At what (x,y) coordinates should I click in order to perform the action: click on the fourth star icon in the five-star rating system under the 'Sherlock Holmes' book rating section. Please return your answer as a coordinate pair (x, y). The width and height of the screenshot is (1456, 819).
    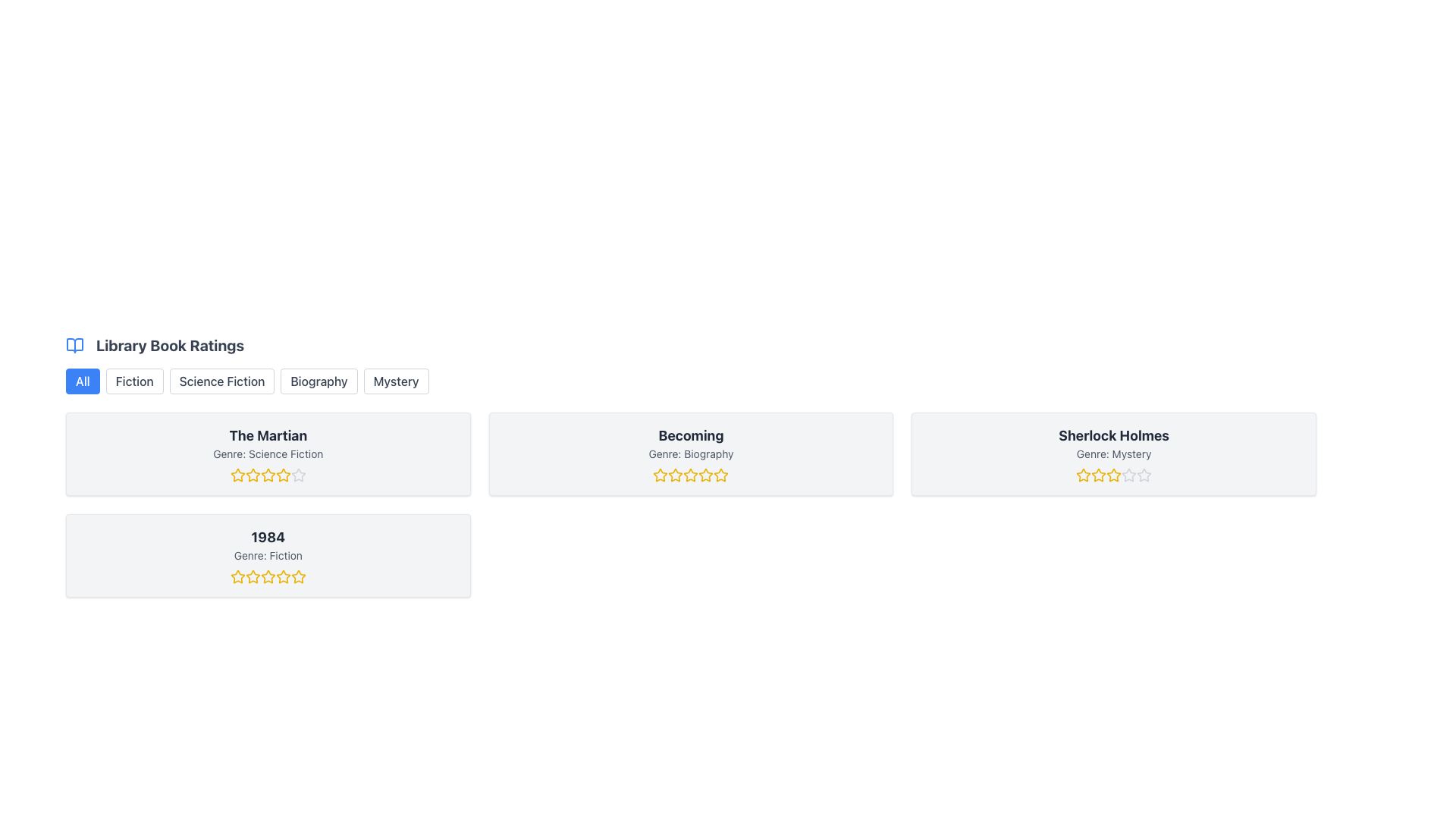
    Looking at the image, I should click on (1129, 474).